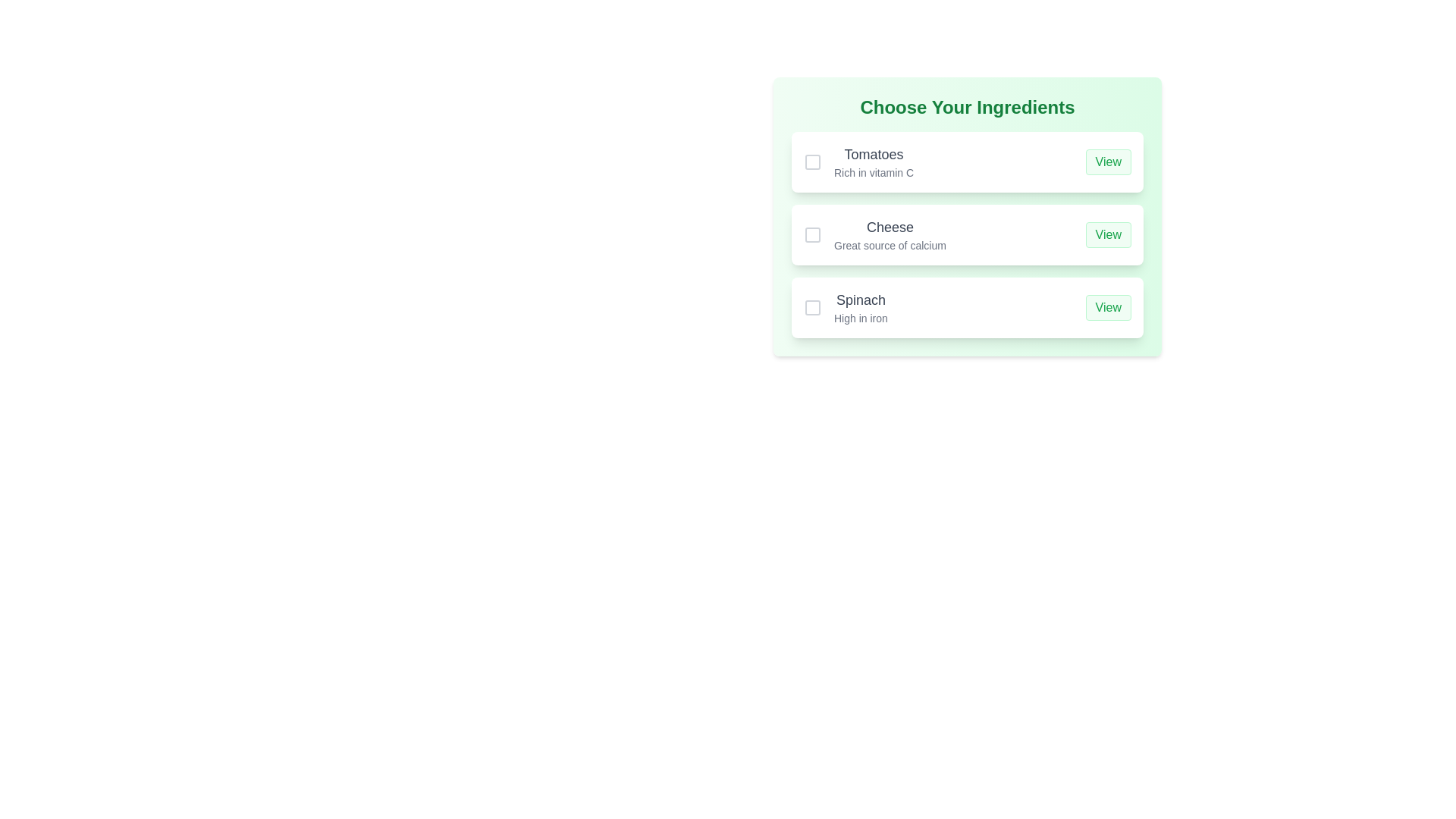 The height and width of the screenshot is (819, 1456). Describe the element at coordinates (890, 245) in the screenshot. I see `static text label that reads 'Great source of calcium', which is positioned beneath the 'Cheese' label in the 'Choose Your Ingredients' section` at that location.